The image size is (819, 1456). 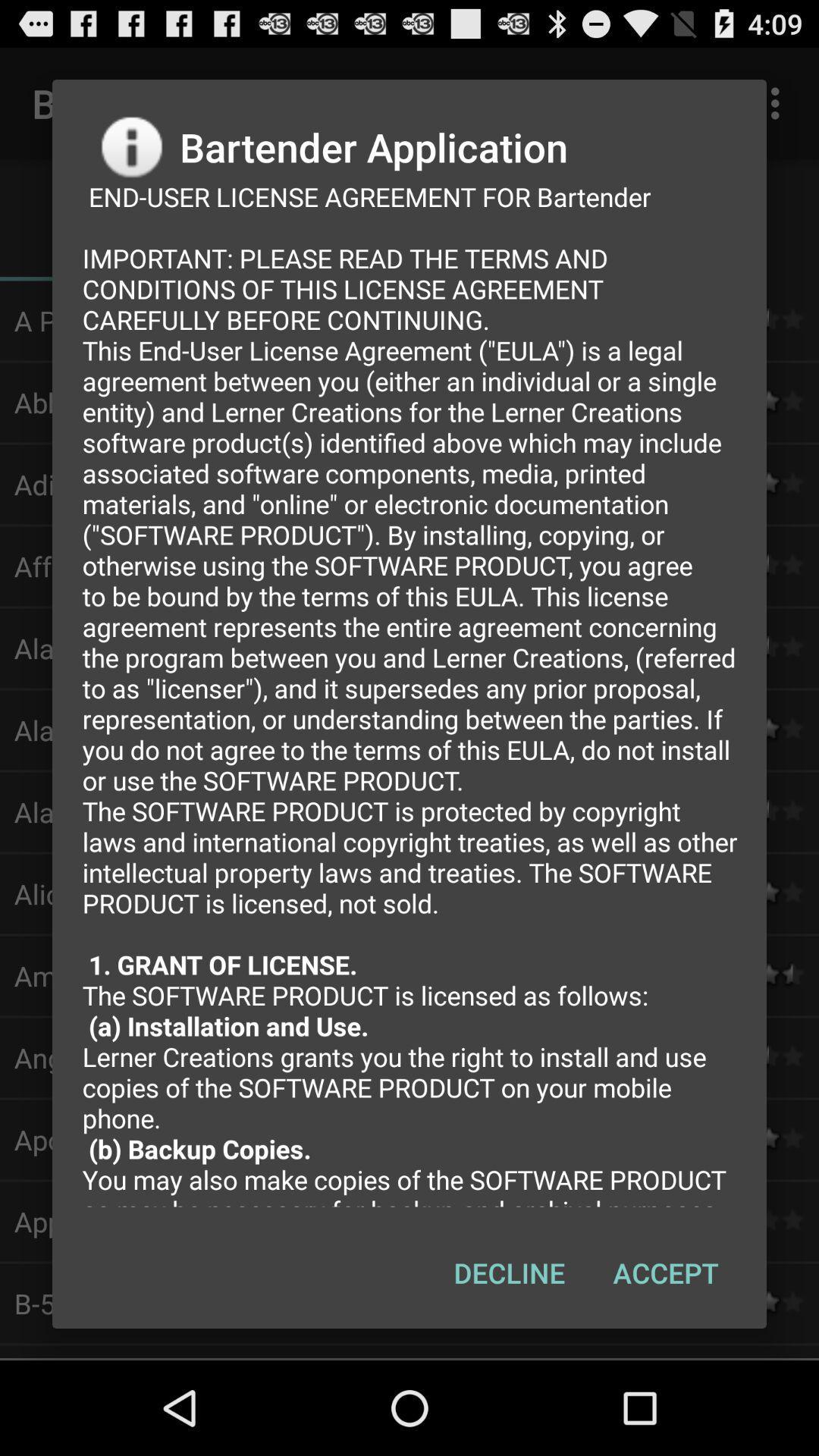 I want to click on the decline item, so click(x=509, y=1272).